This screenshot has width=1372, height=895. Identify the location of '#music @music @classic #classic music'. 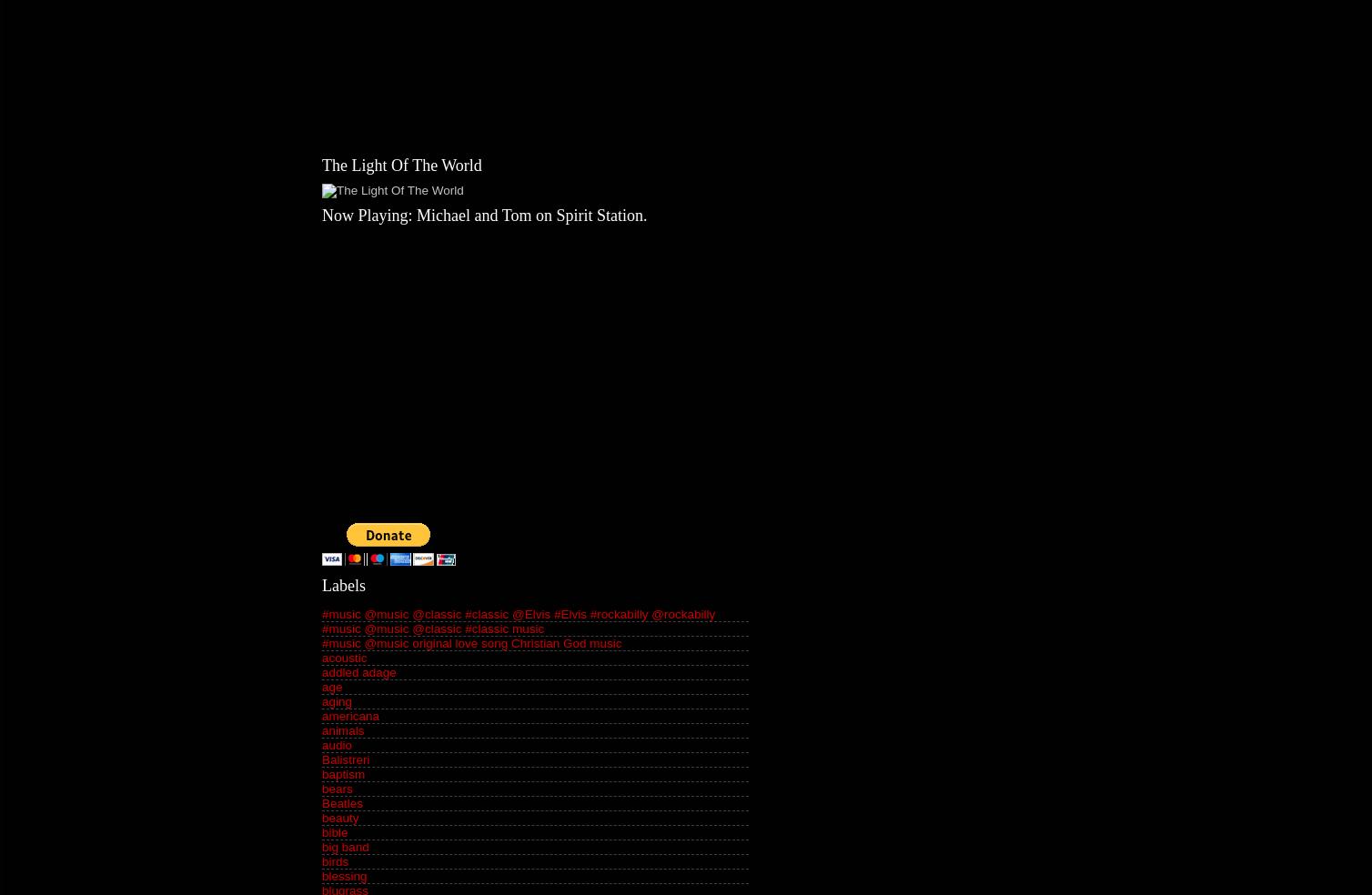
(432, 629).